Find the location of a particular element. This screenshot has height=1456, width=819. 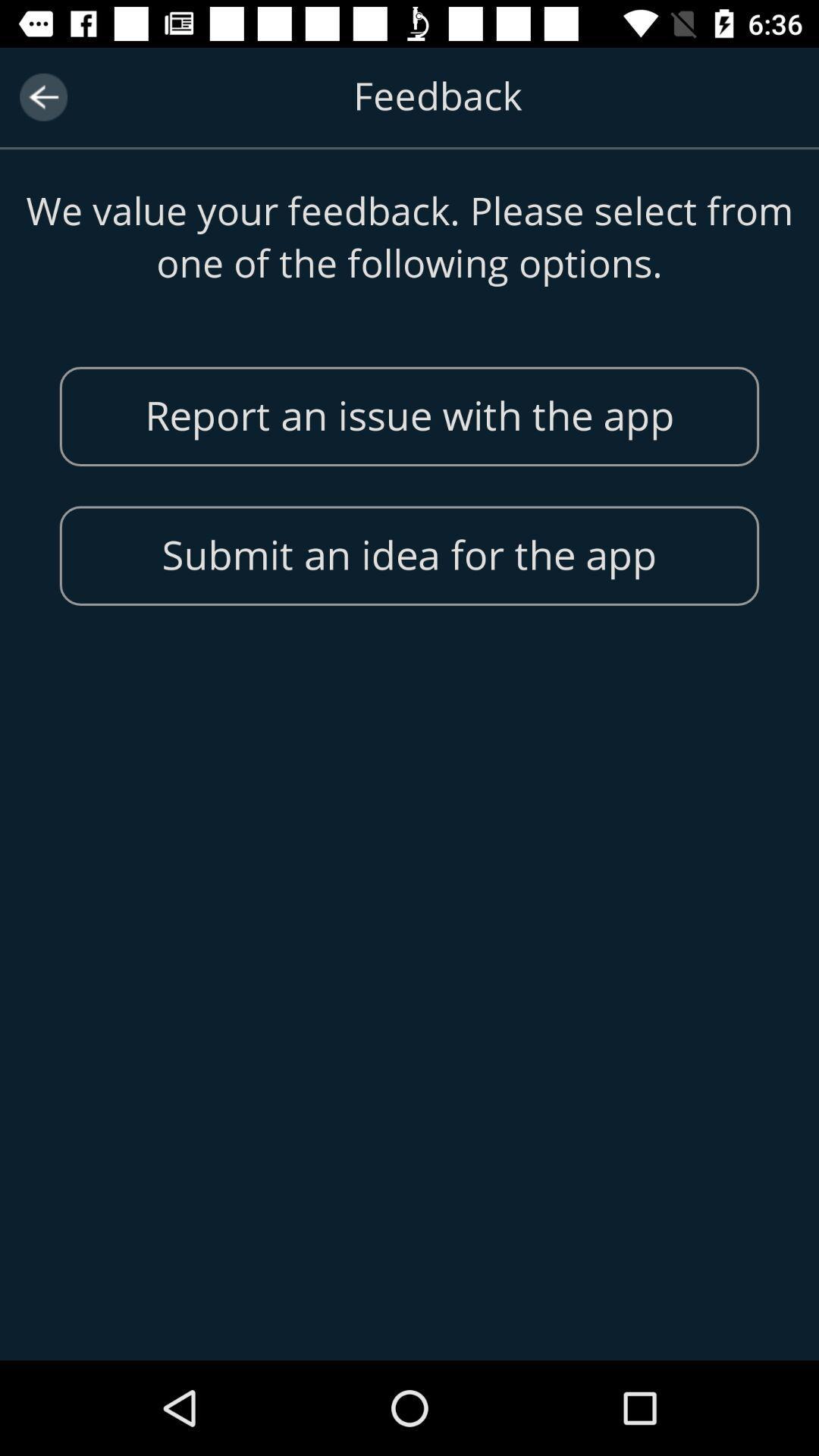

the arrow_backward icon is located at coordinates (42, 96).